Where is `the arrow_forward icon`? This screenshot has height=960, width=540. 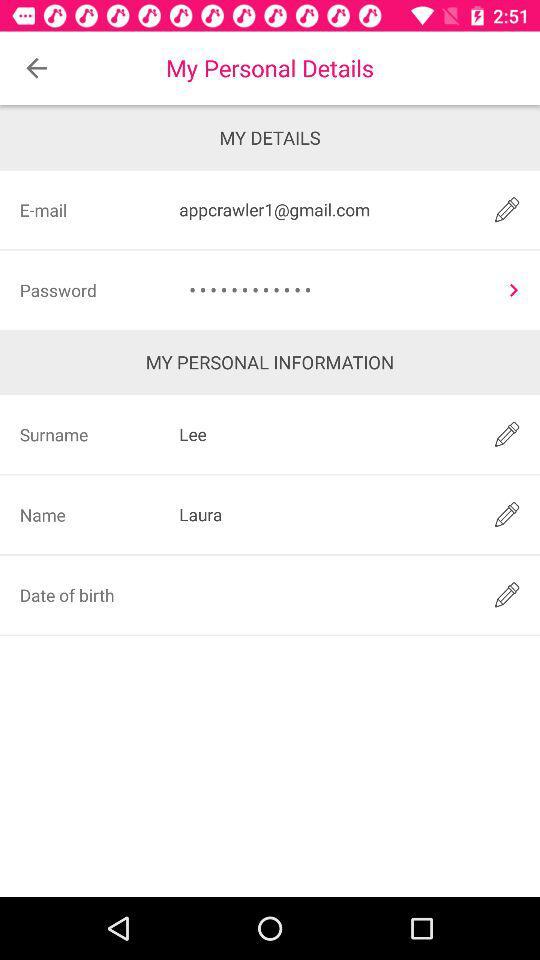 the arrow_forward icon is located at coordinates (513, 289).